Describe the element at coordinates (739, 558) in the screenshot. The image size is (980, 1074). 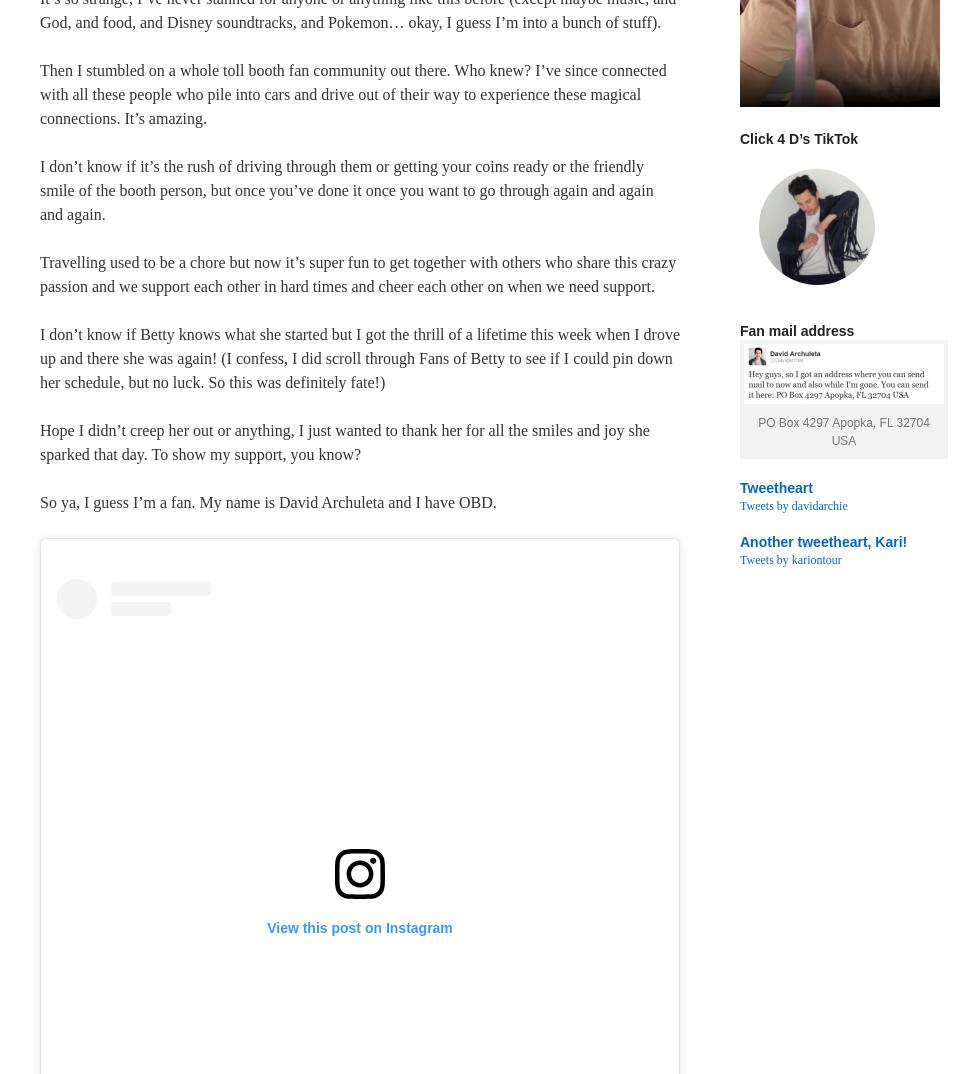
I see `'Tweets by kariontour'` at that location.